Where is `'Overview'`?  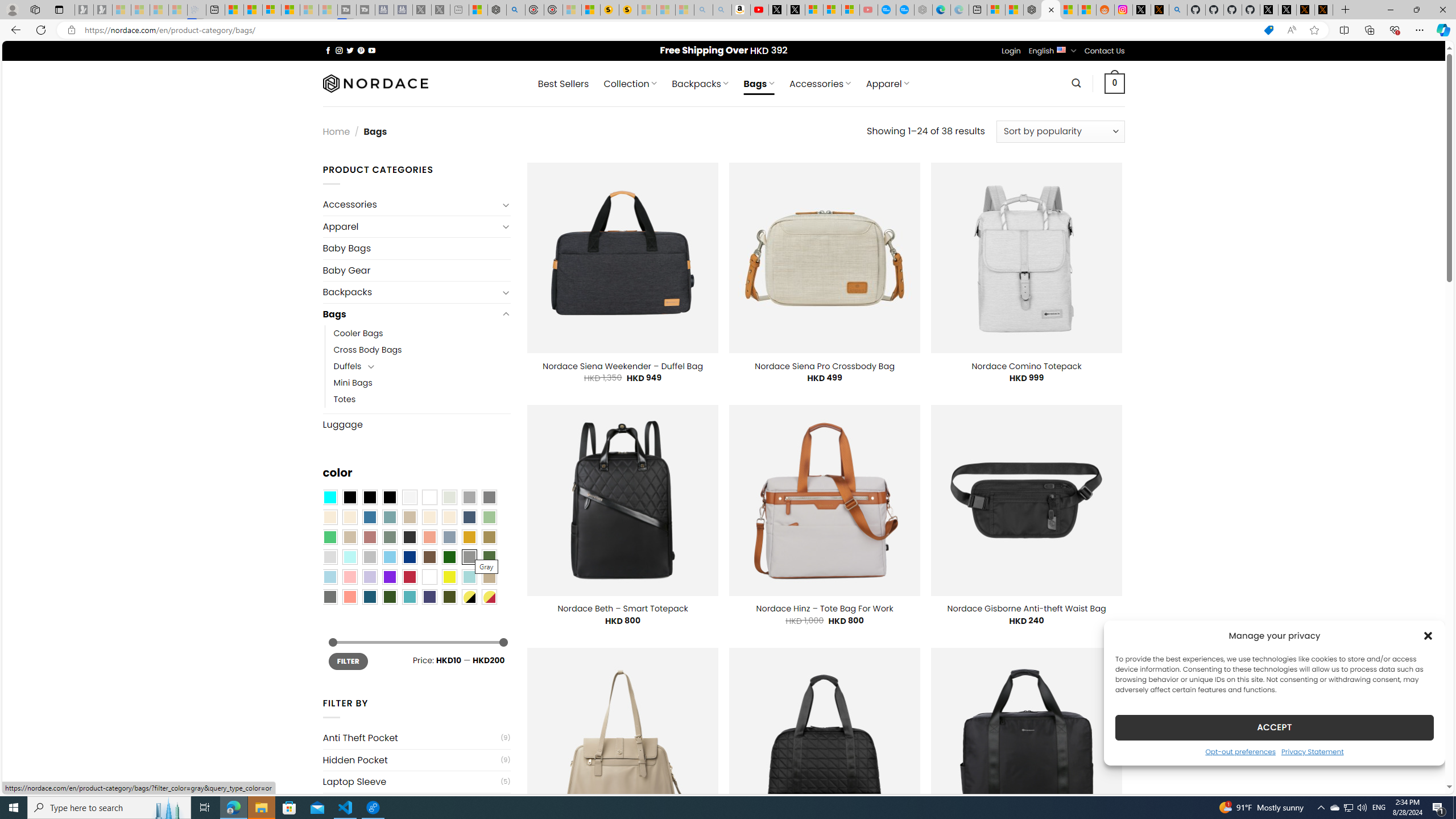
'Overview' is located at coordinates (271, 9).